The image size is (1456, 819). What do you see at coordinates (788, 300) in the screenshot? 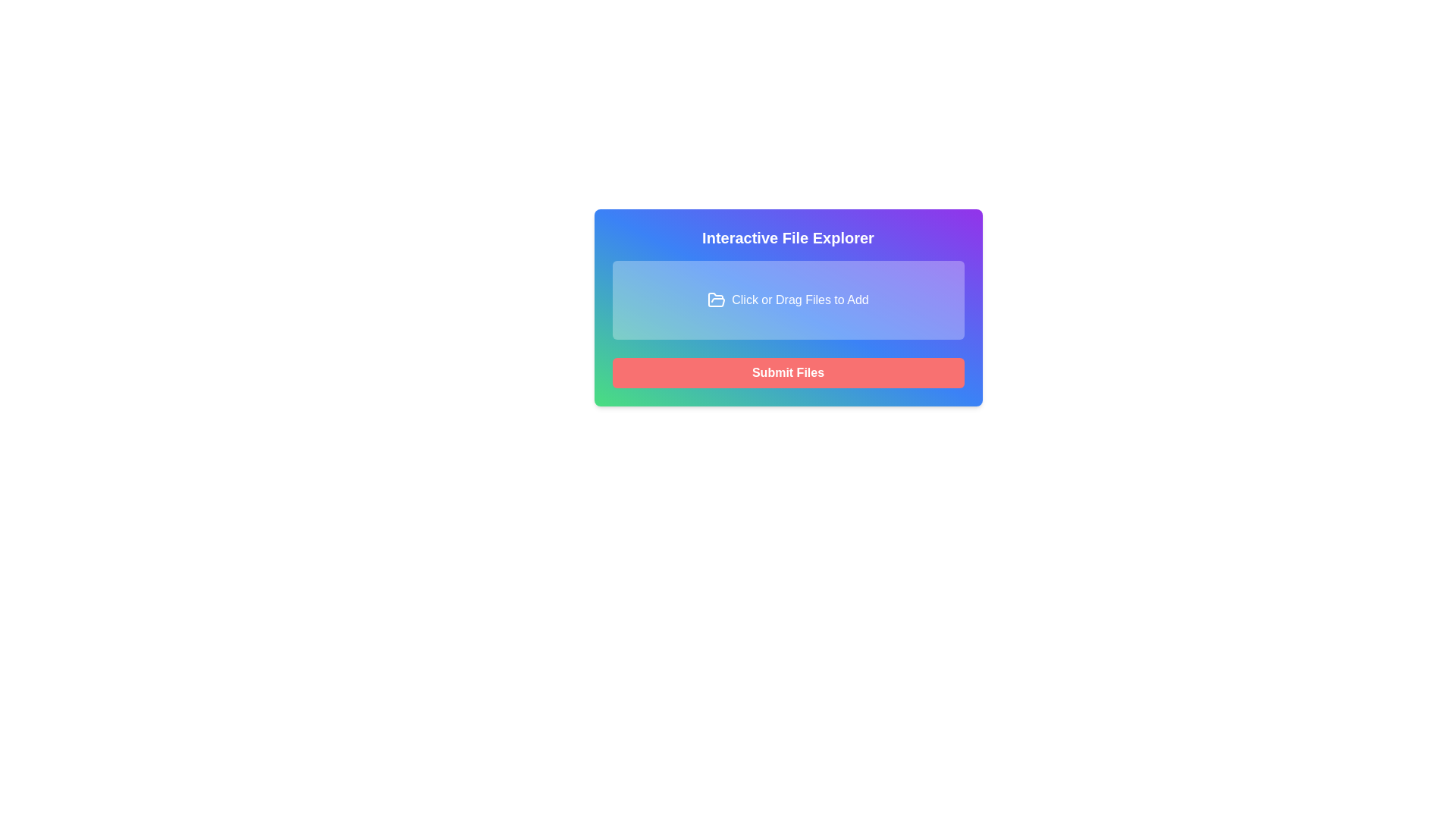
I see `the Interactive file input area below the heading 'Interactive File Explorer'` at bounding box center [788, 300].